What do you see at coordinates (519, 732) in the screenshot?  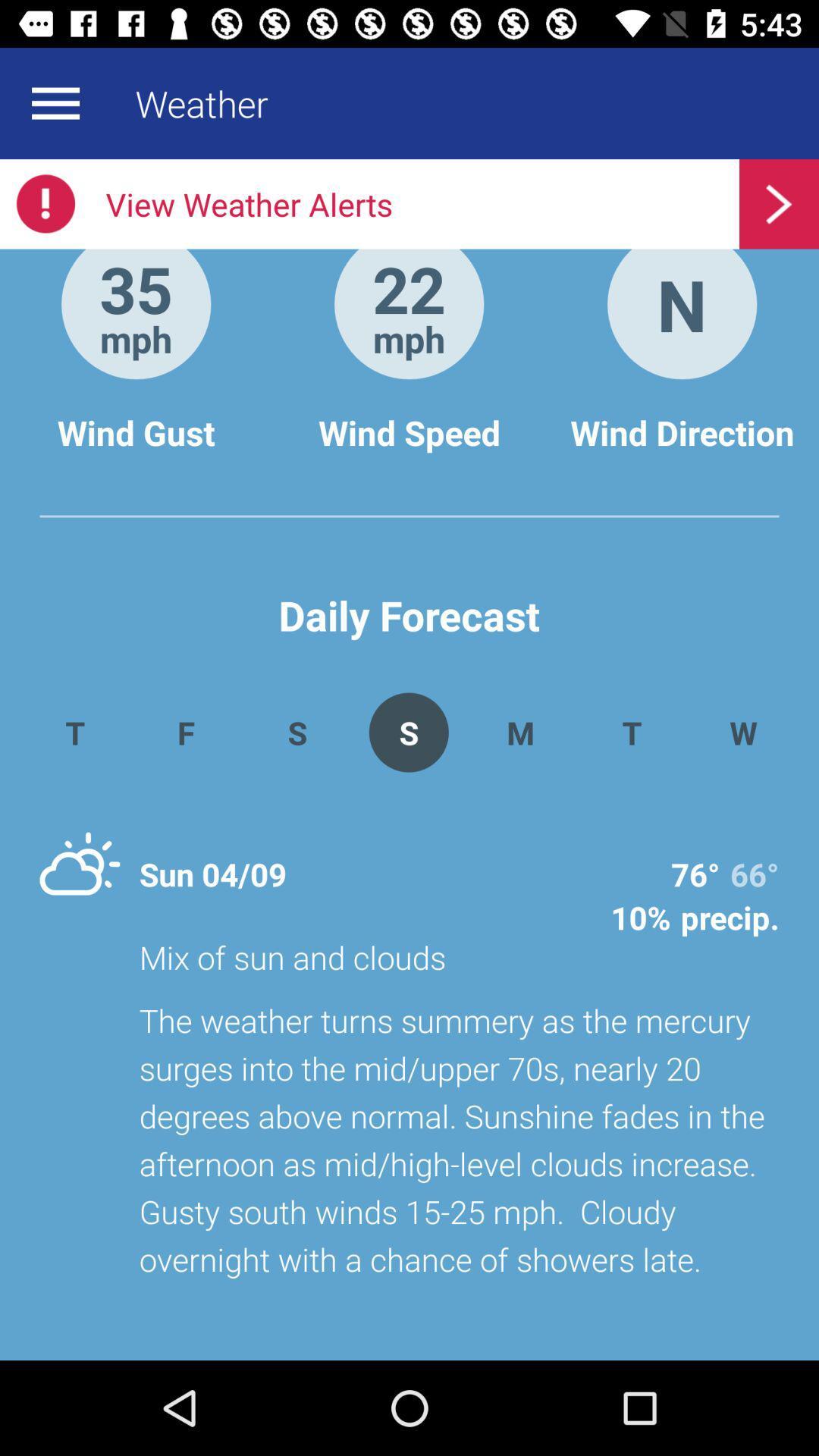 I see `the icon to the left of the t` at bounding box center [519, 732].